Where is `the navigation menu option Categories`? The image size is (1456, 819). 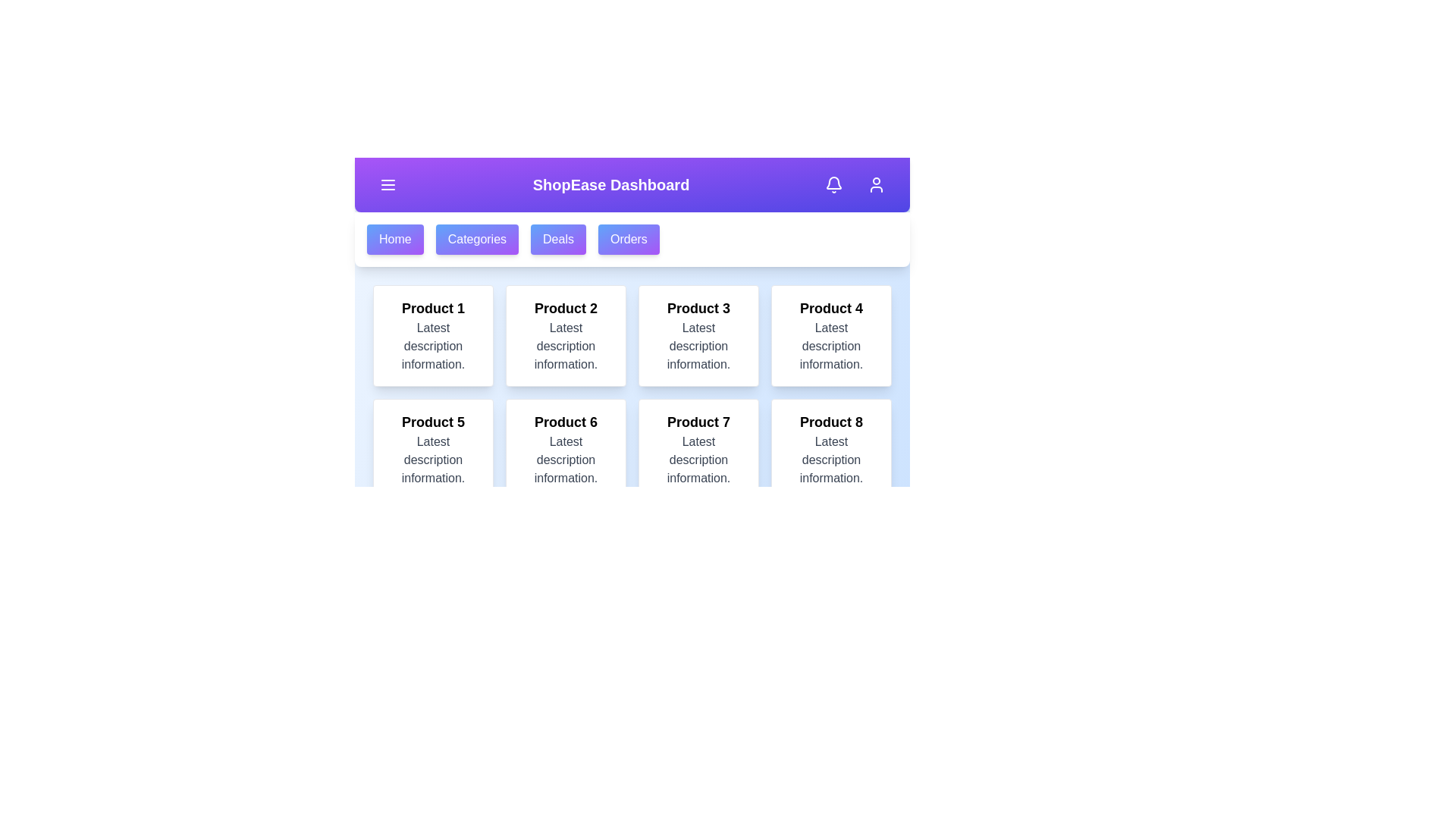 the navigation menu option Categories is located at coordinates (476, 239).